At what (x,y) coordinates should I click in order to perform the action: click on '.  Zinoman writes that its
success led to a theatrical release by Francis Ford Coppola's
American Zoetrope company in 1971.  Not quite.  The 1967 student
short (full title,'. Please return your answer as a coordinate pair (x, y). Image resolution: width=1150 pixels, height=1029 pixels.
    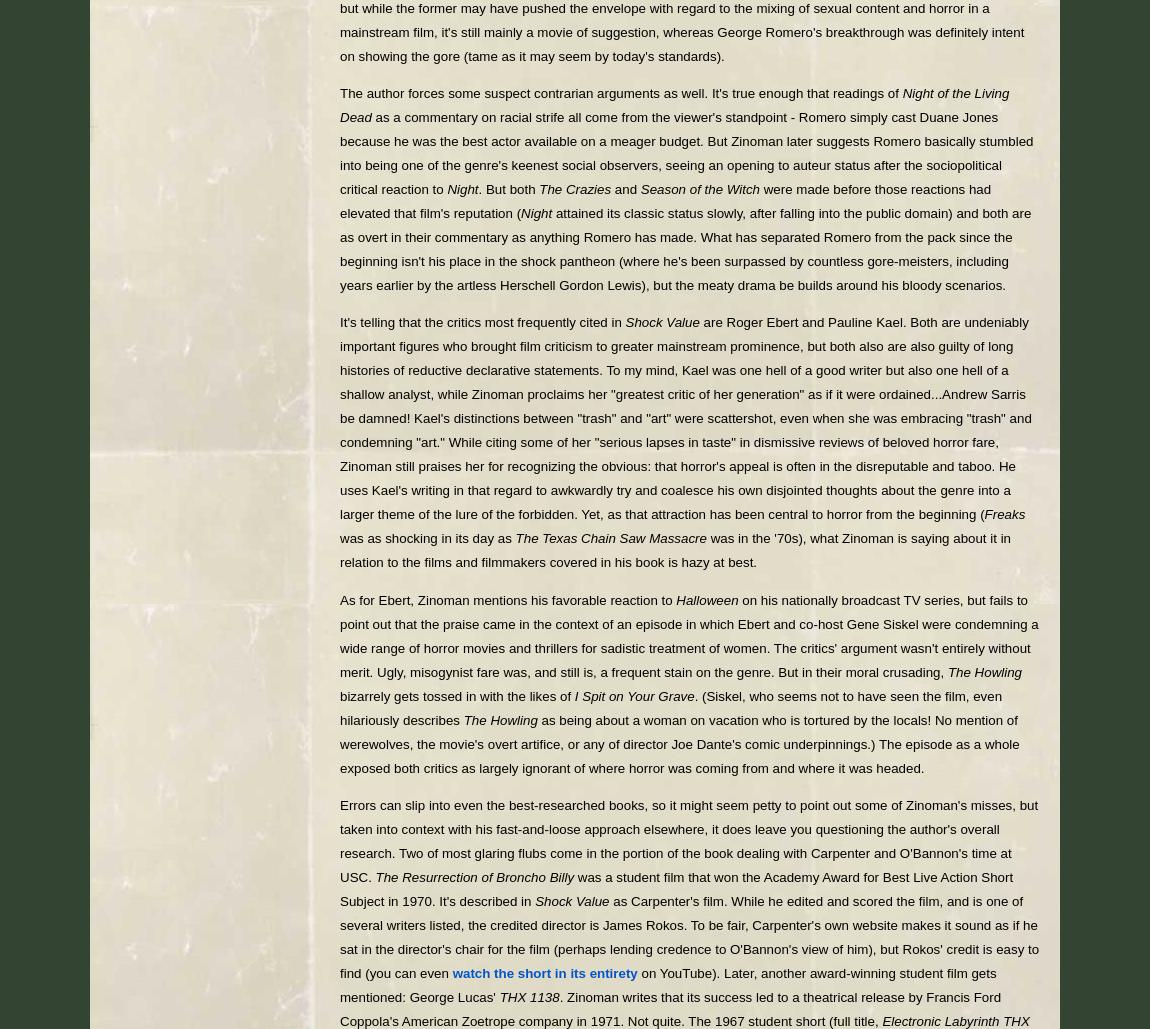
    Looking at the image, I should click on (669, 1008).